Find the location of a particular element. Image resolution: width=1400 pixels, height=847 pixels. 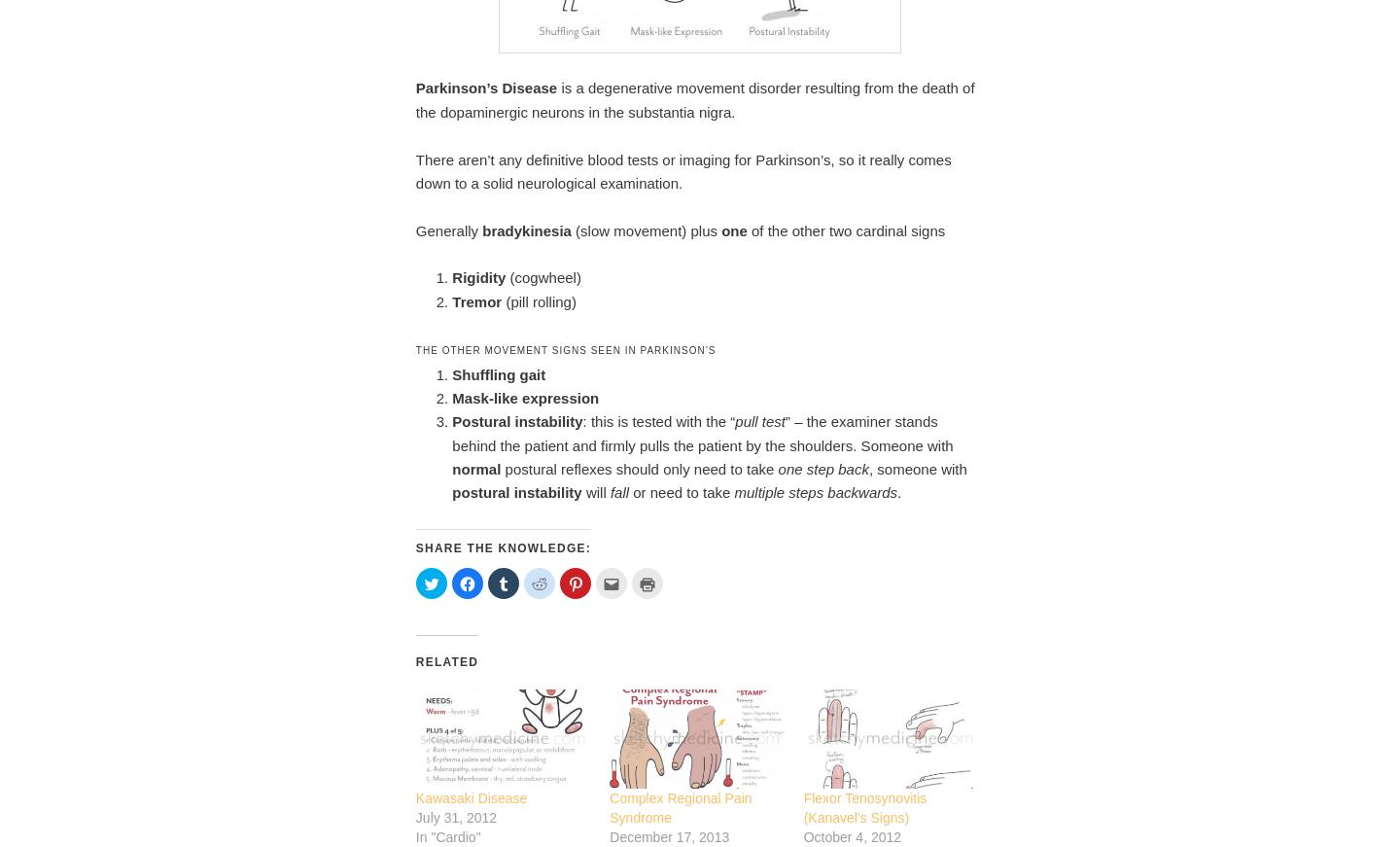

'There aren’t any definitive blood tests or imaging for Parkinson’s, so it really comes down to a solid neurological examination.' is located at coordinates (682, 170).